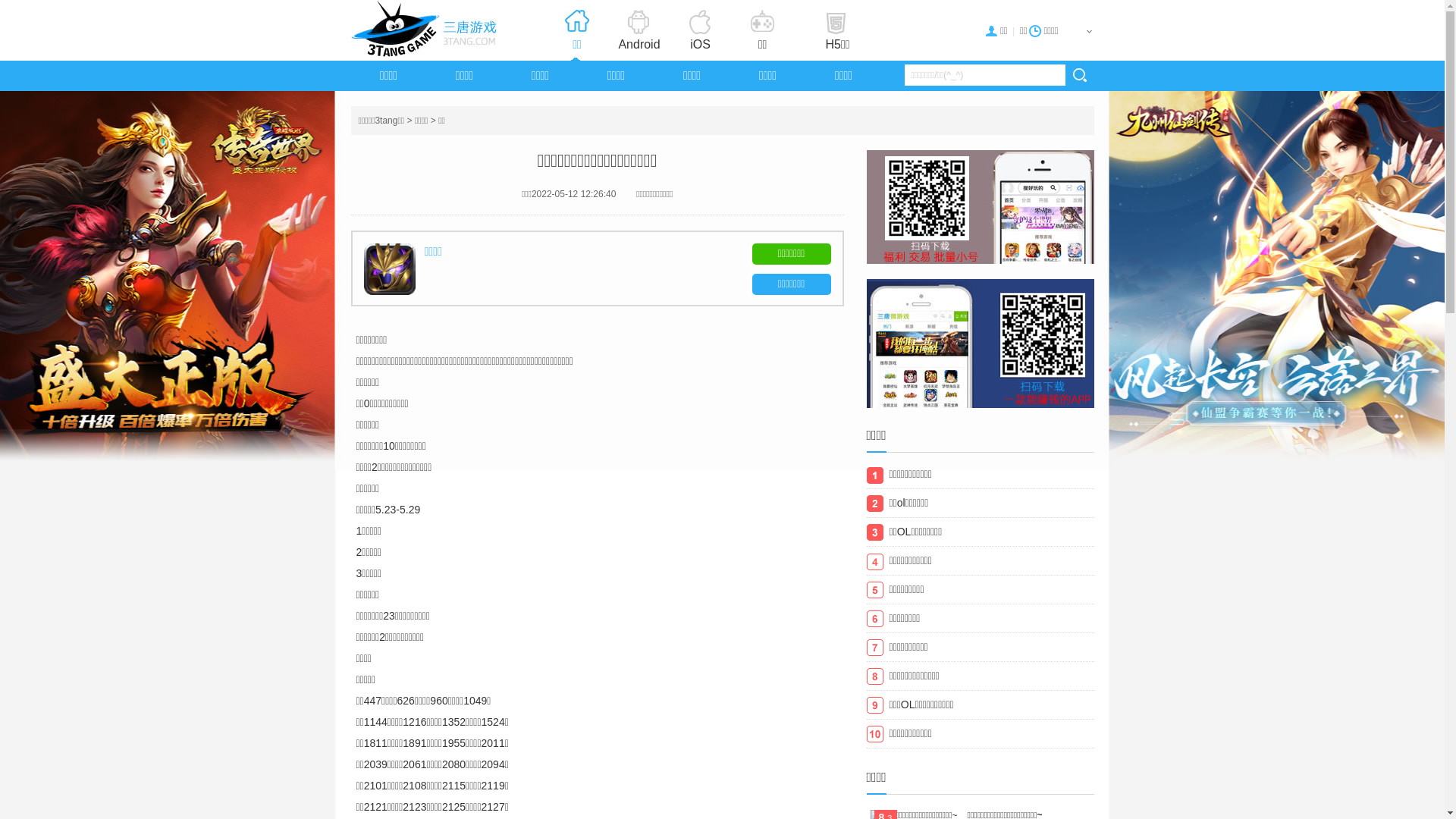 Image resolution: width=1456 pixels, height=819 pixels. Describe the element at coordinates (698, 31) in the screenshot. I see `'iOS'` at that location.